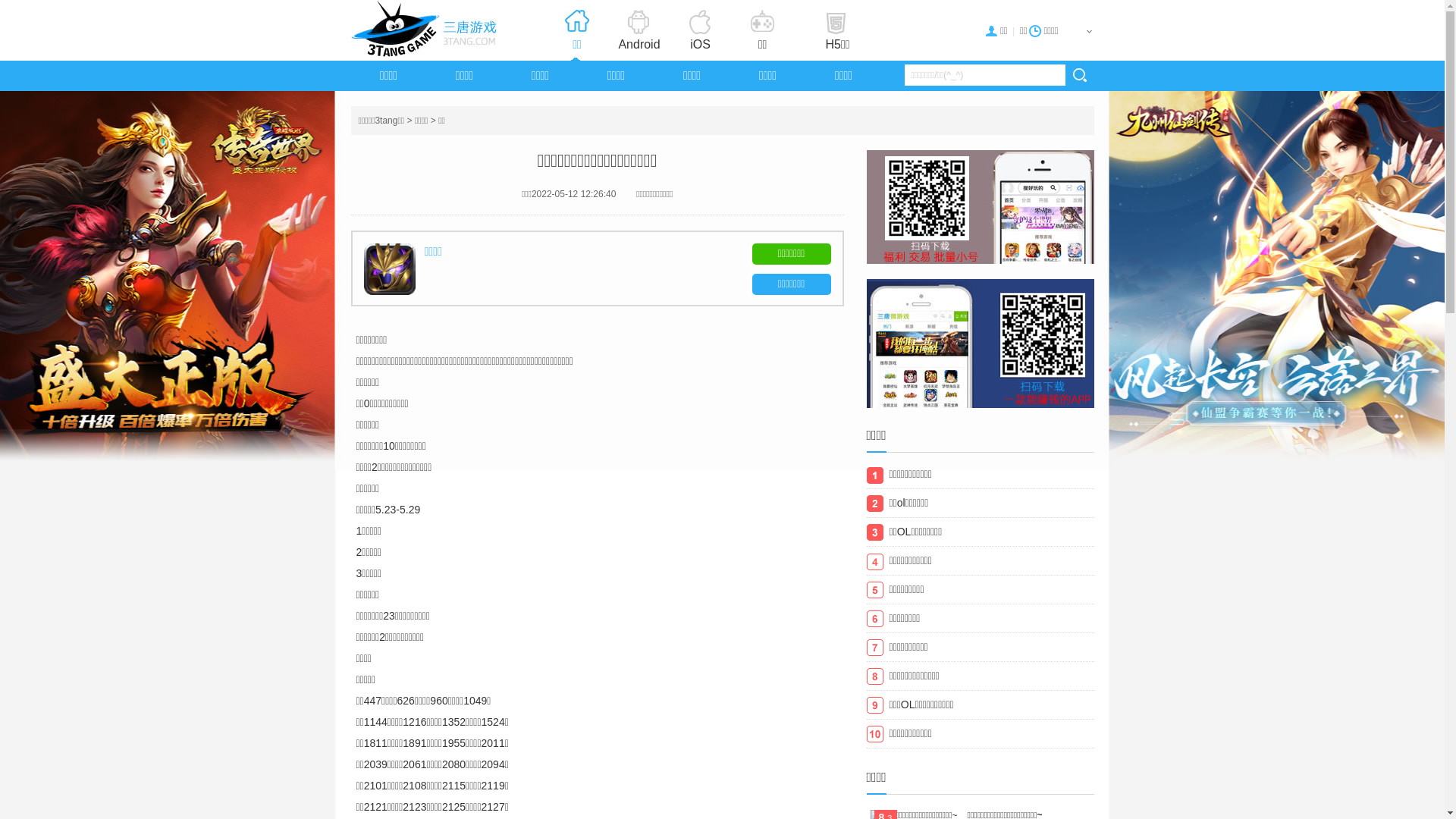 Image resolution: width=1456 pixels, height=819 pixels. Describe the element at coordinates (698, 31) in the screenshot. I see `'iOS'` at that location.